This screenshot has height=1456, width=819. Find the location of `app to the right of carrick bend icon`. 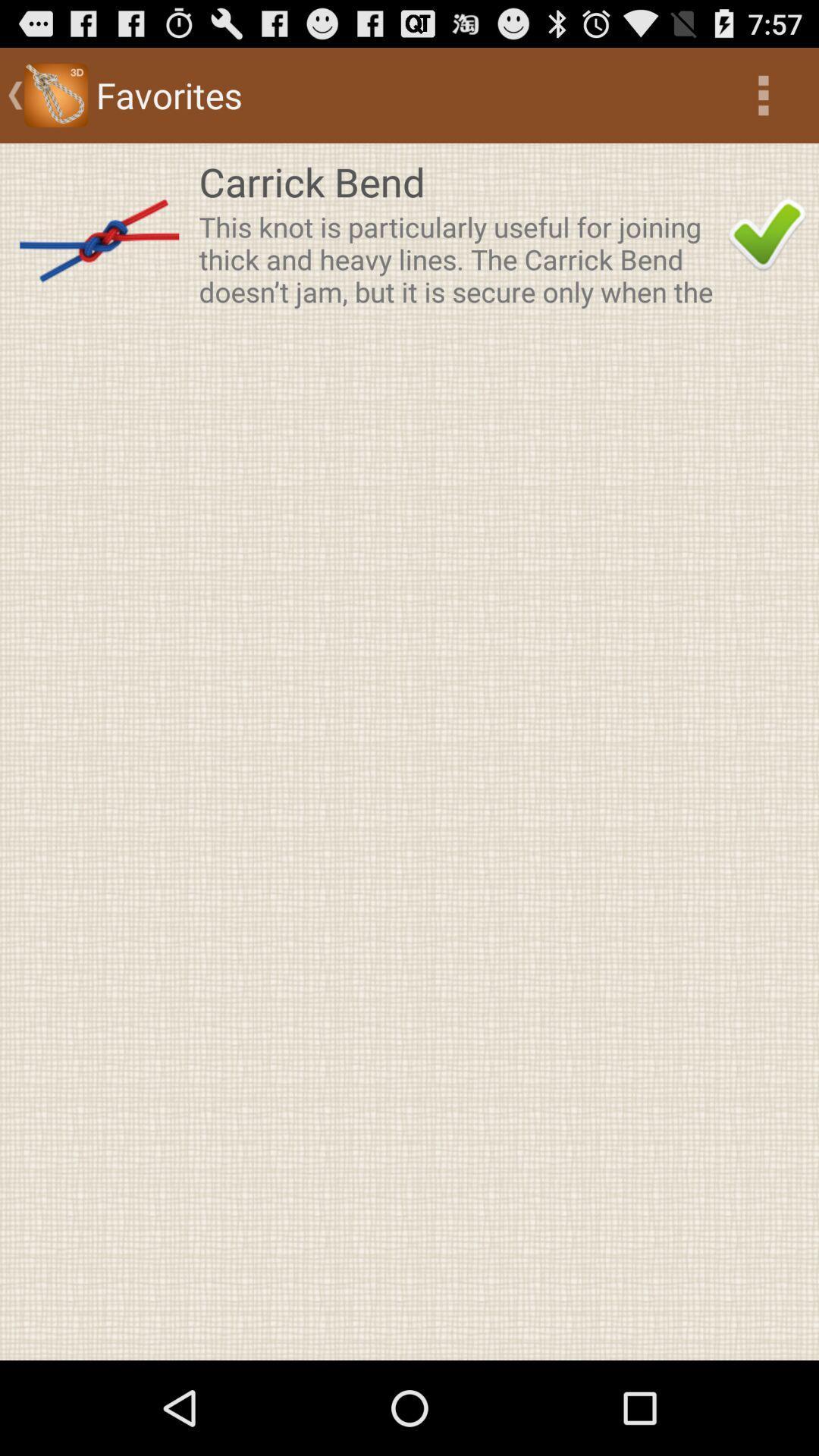

app to the right of carrick bend icon is located at coordinates (767, 234).